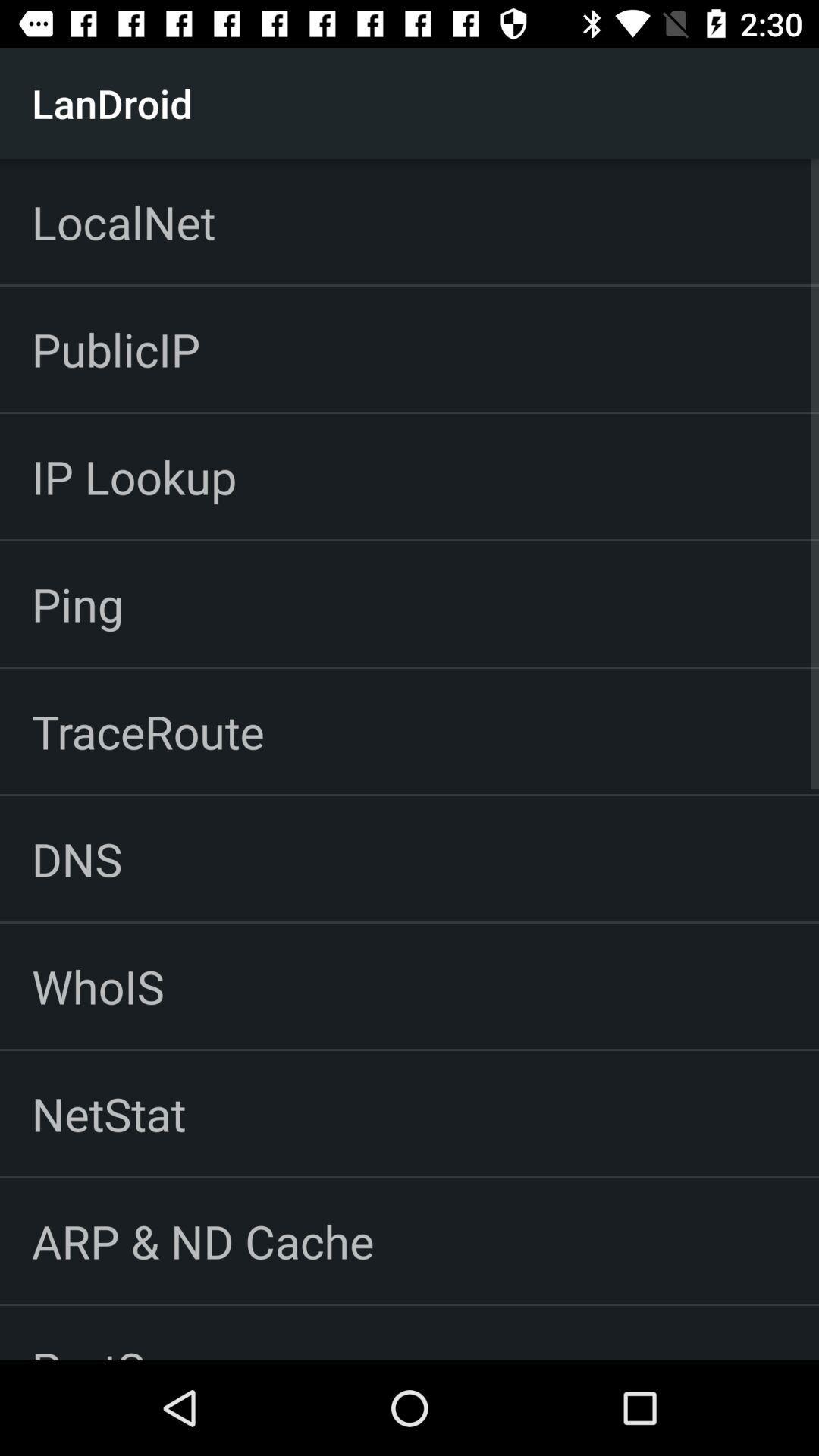 This screenshot has width=819, height=1456. I want to click on the app below the arp & nd cache, so click(124, 1332).